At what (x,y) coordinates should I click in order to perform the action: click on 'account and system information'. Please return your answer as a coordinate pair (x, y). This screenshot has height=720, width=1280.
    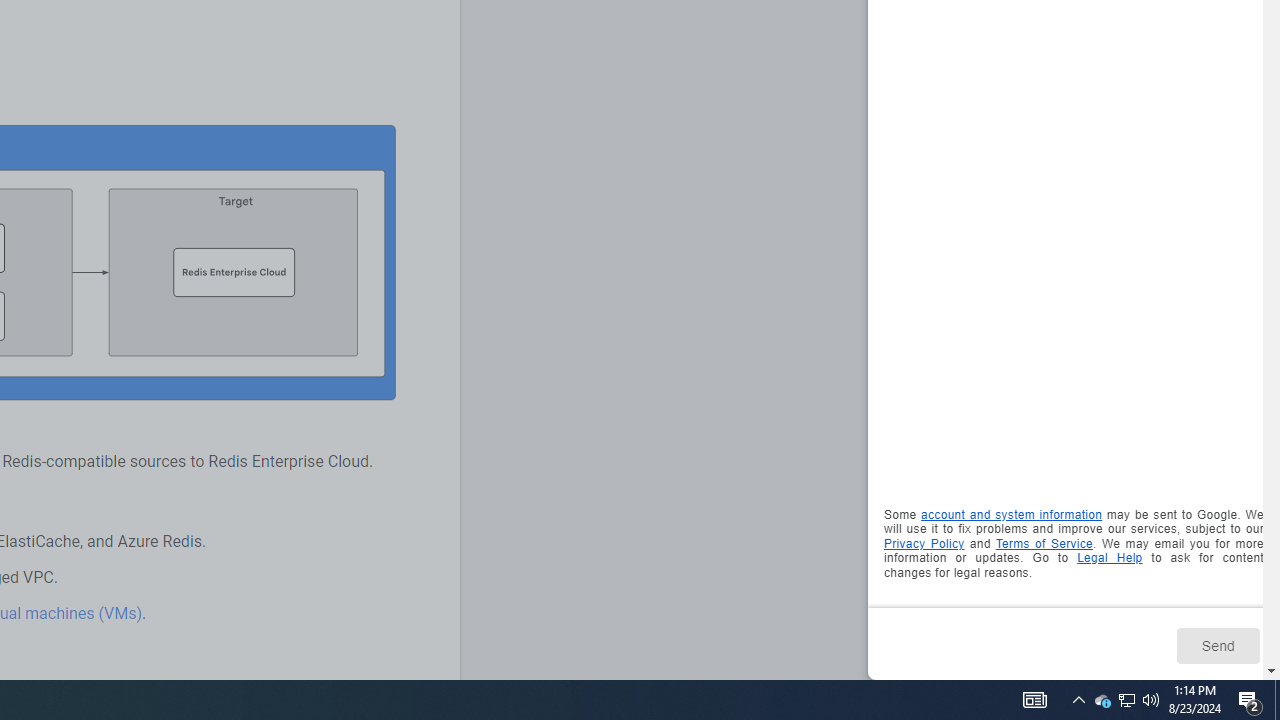
    Looking at the image, I should click on (1012, 514).